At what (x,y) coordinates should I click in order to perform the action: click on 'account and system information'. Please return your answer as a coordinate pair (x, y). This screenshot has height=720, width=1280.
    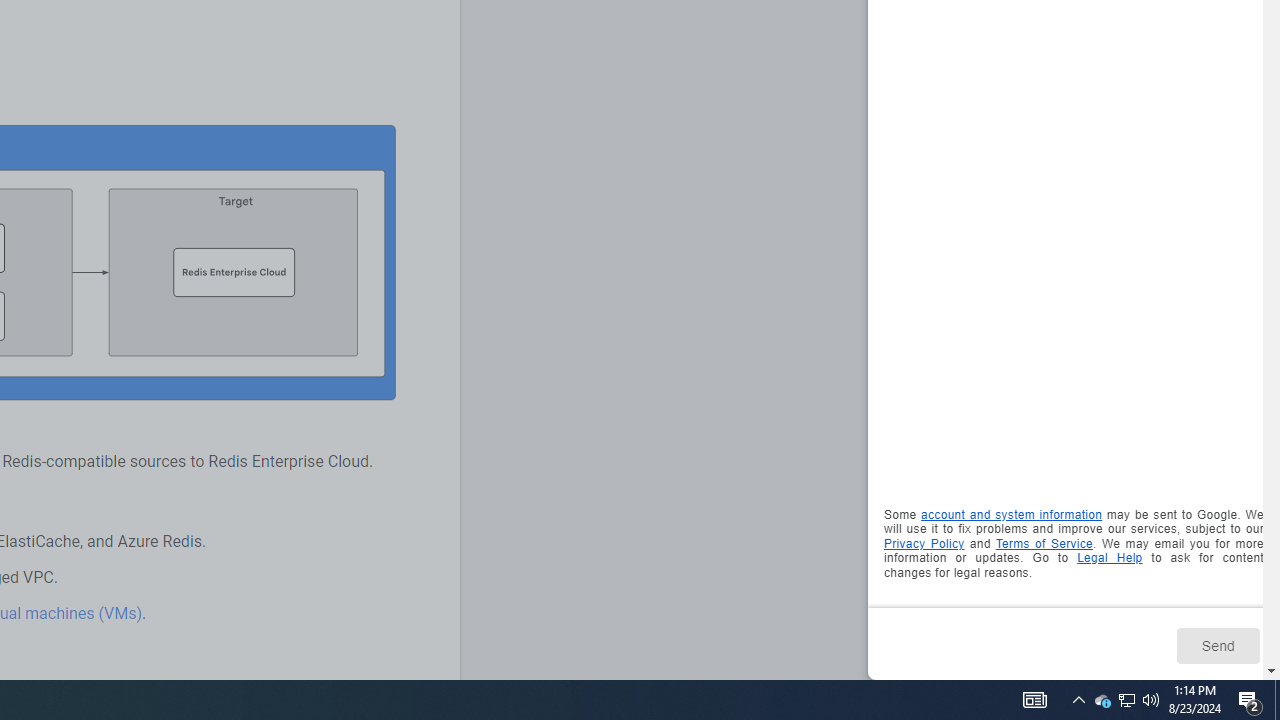
    Looking at the image, I should click on (1012, 514).